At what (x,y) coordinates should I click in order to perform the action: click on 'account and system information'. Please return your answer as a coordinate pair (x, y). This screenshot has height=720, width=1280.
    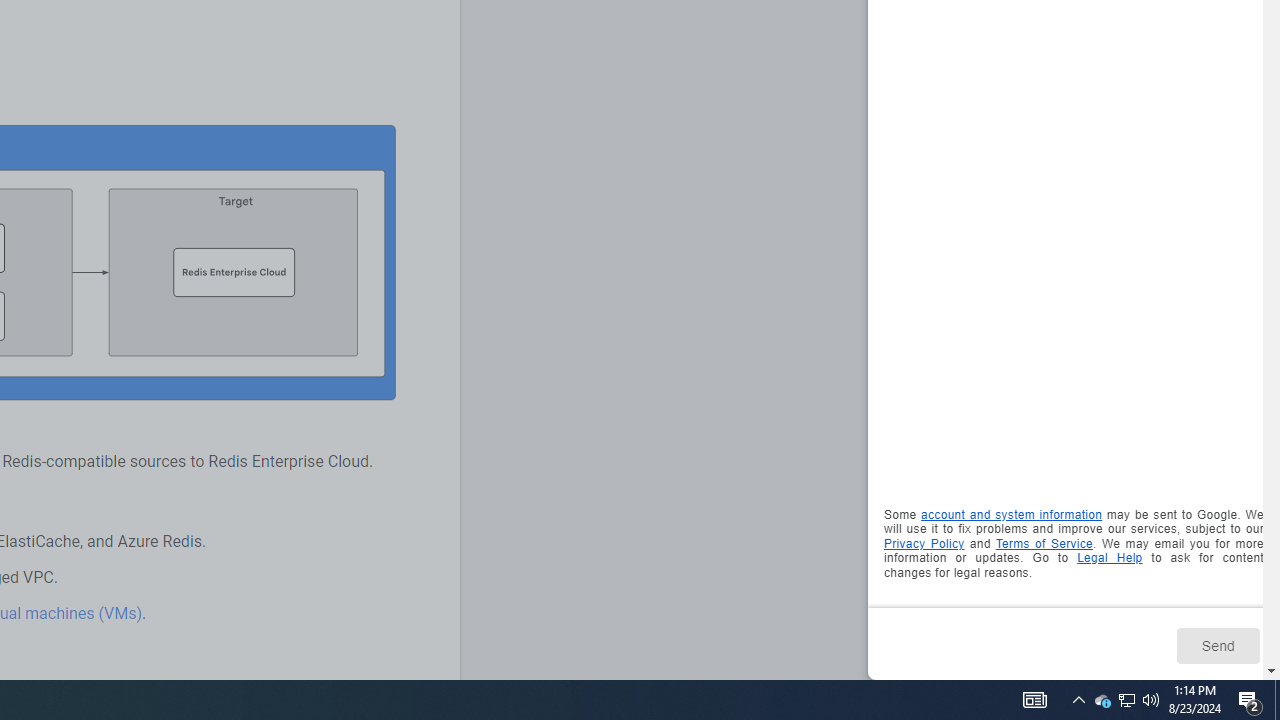
    Looking at the image, I should click on (1012, 514).